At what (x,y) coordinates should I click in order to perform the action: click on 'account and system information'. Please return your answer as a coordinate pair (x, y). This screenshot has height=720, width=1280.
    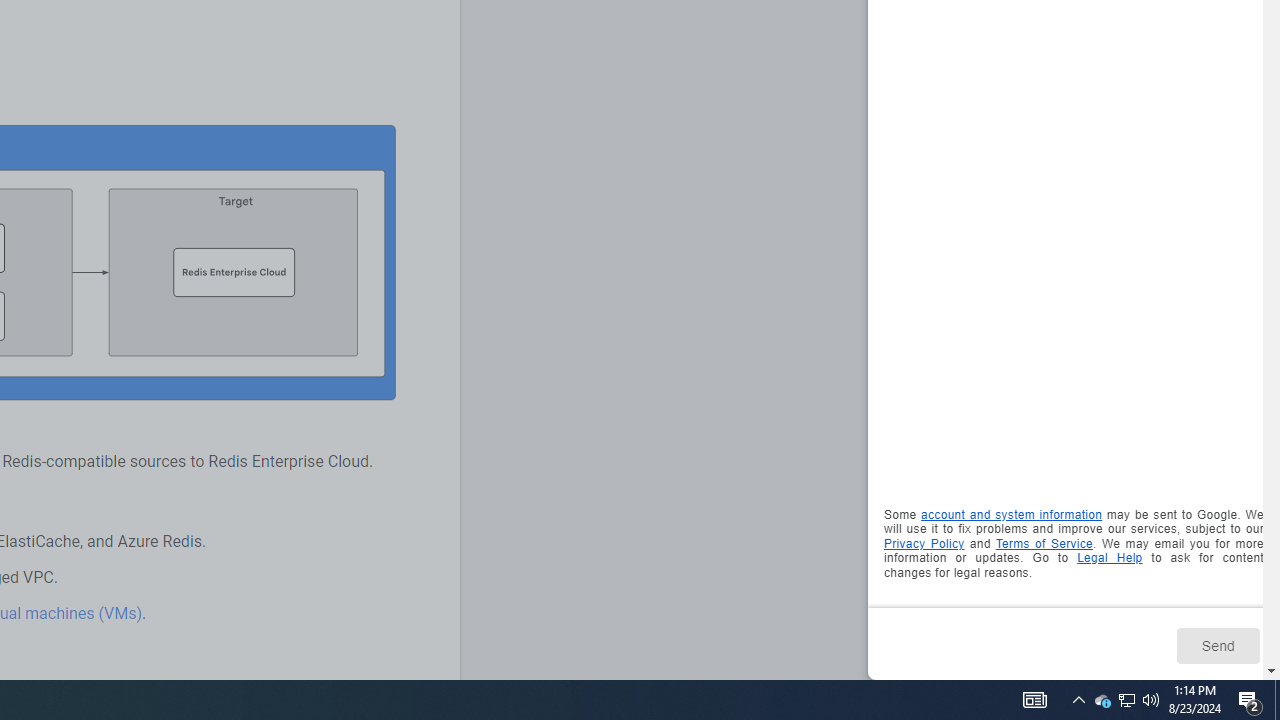
    Looking at the image, I should click on (1012, 514).